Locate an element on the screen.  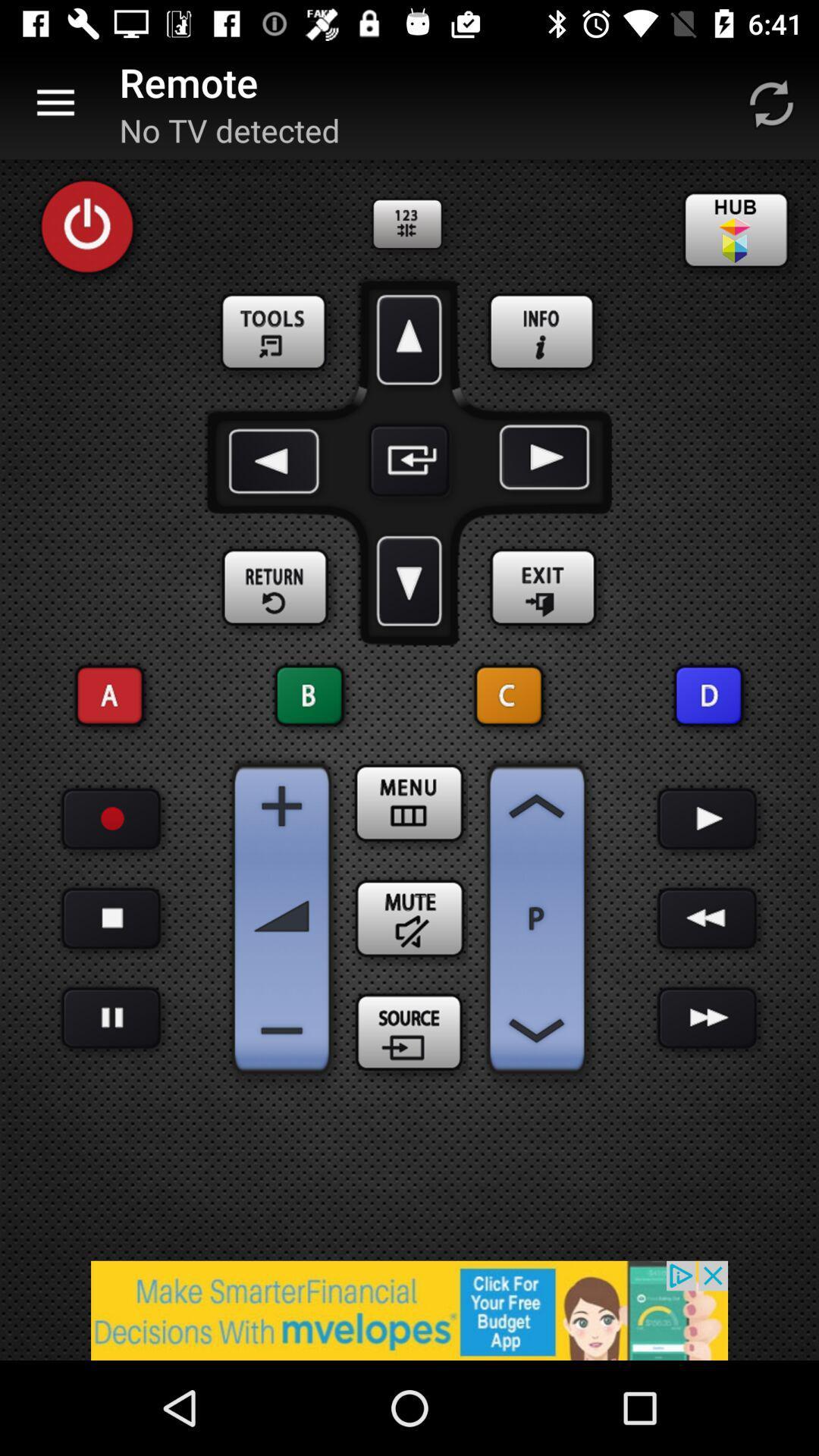
pause option is located at coordinates (110, 918).